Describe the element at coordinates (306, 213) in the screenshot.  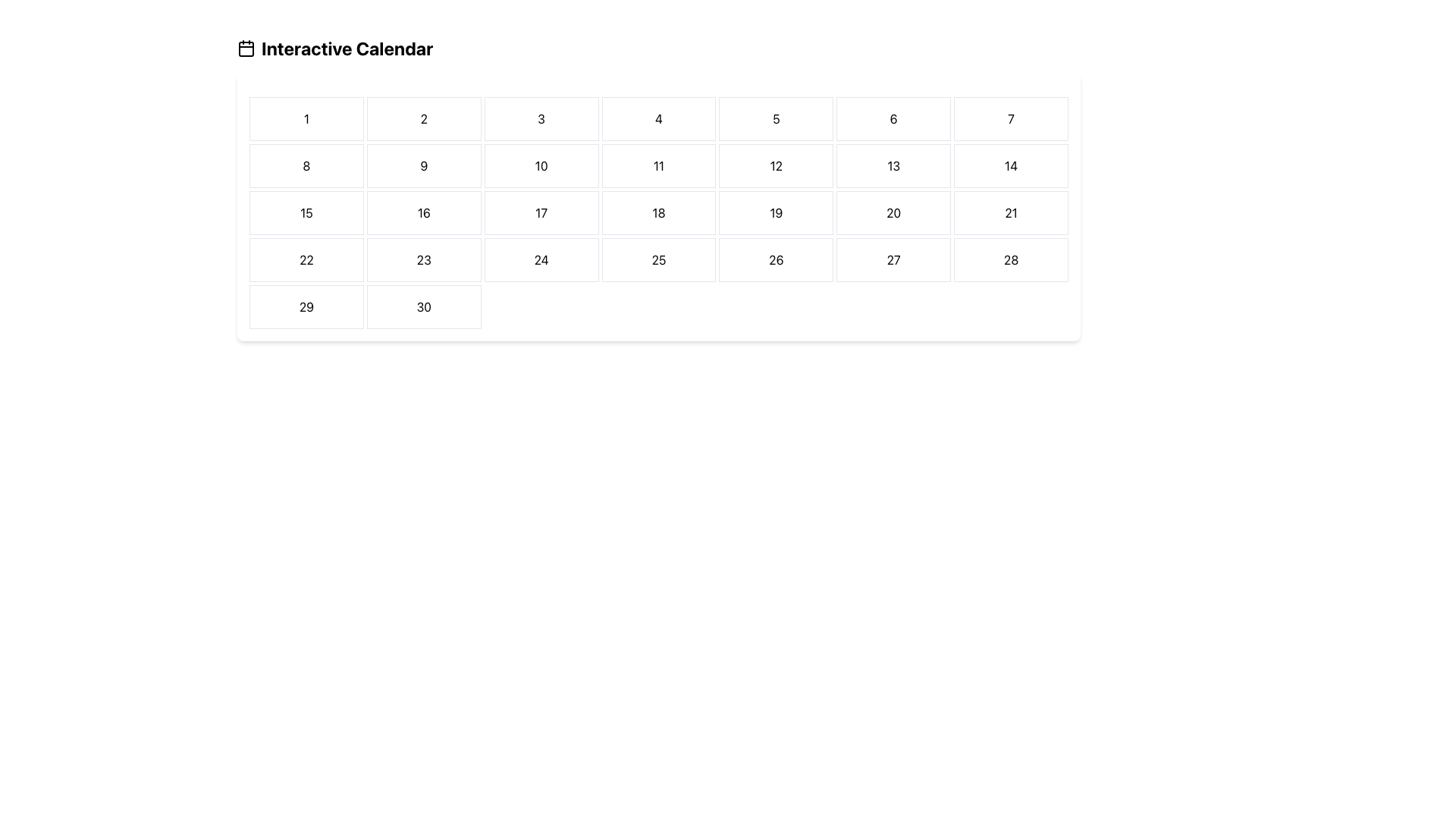
I see `the interactive calendar date box representing the 15th day` at that location.